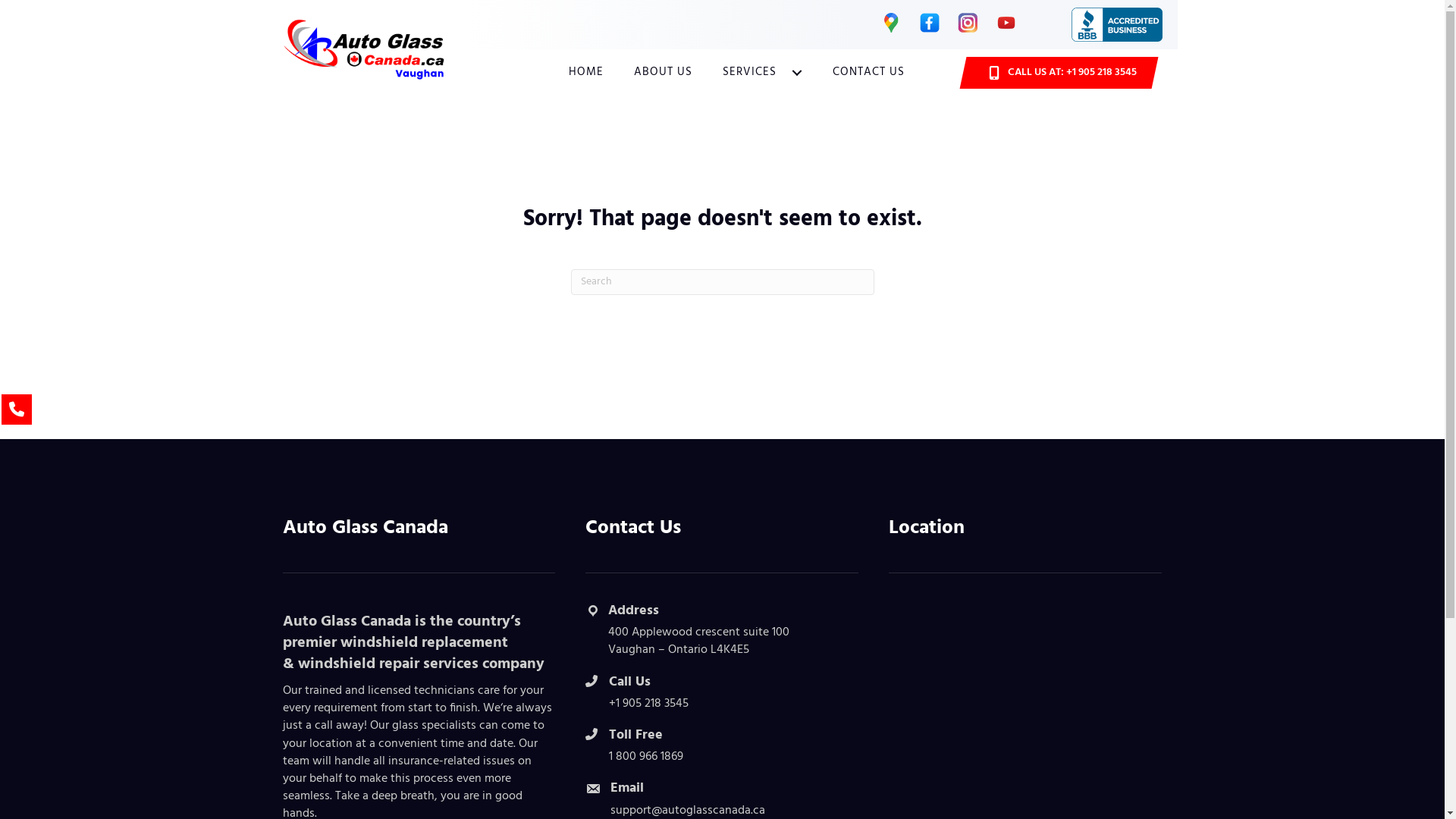  What do you see at coordinates (868, 73) in the screenshot?
I see `'CONTACT US'` at bounding box center [868, 73].